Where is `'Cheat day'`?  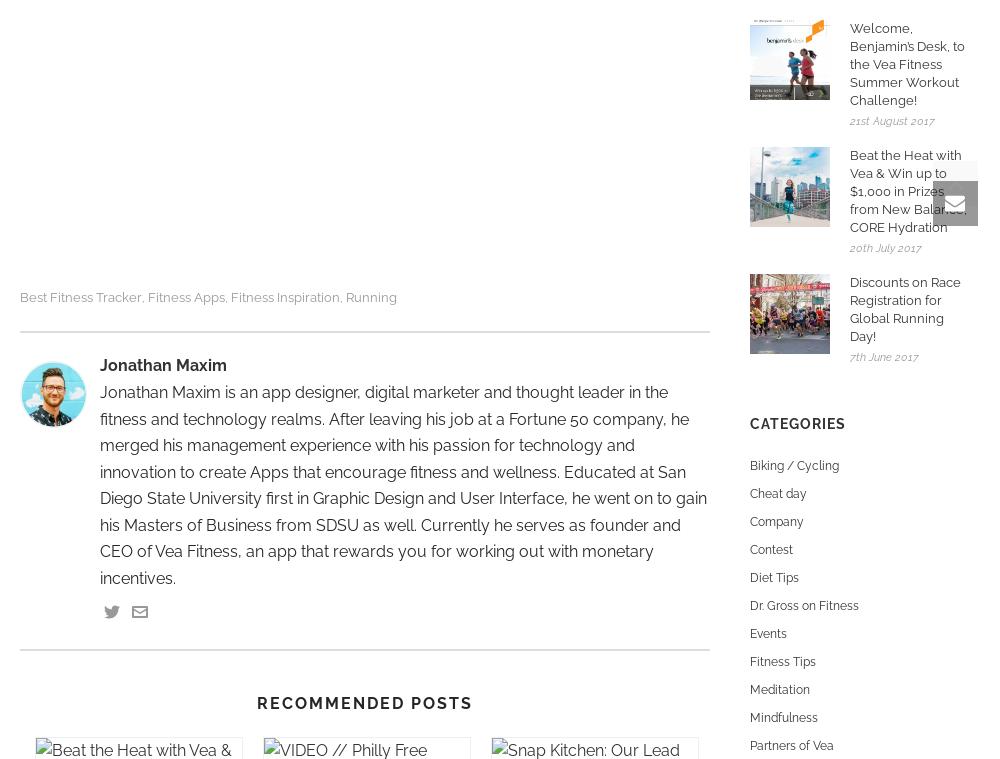 'Cheat day' is located at coordinates (778, 494).